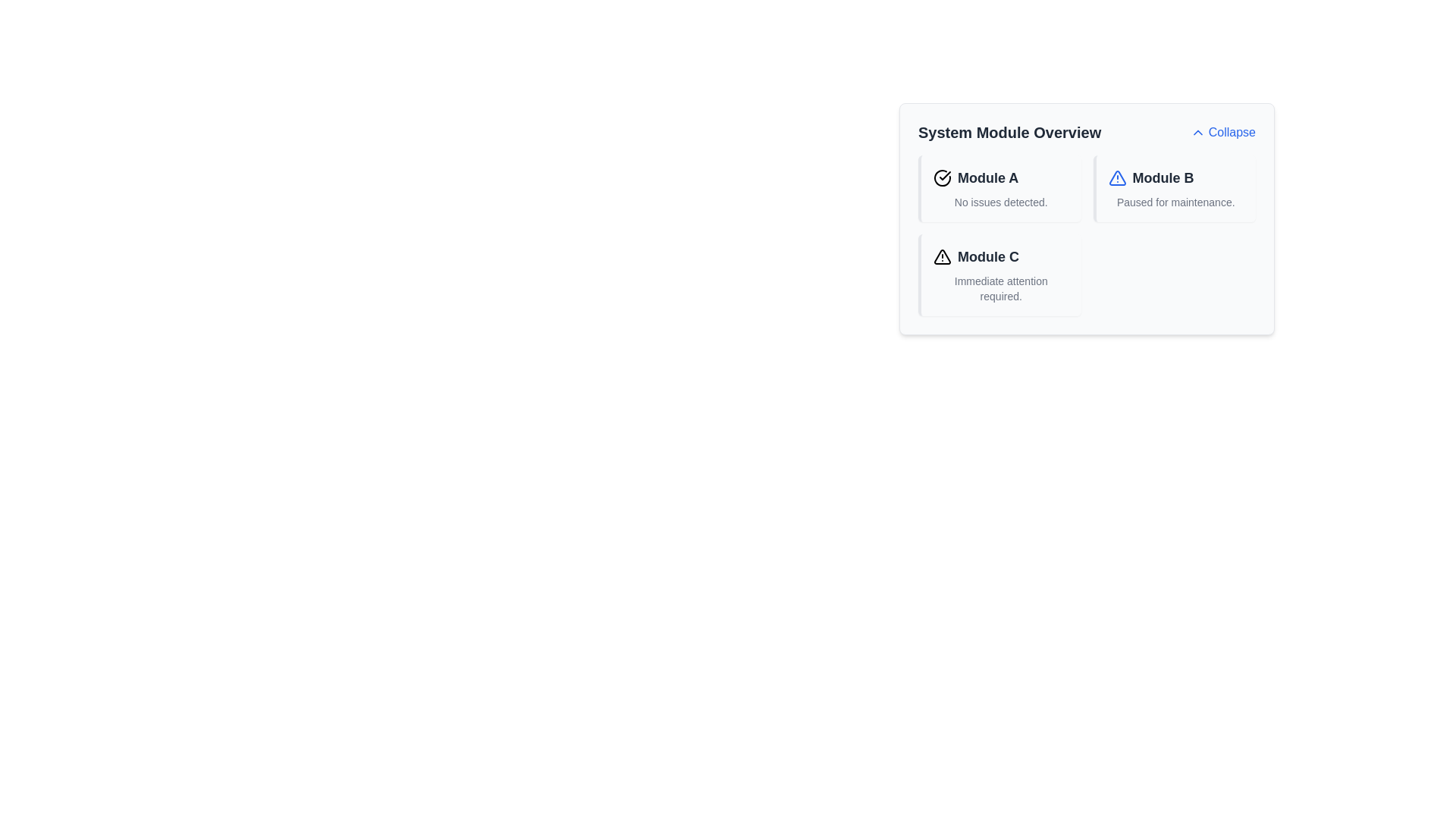  What do you see at coordinates (999, 275) in the screenshot?
I see `the notification in the Notification card element with a light red background and bold text stating 'Module C'` at bounding box center [999, 275].